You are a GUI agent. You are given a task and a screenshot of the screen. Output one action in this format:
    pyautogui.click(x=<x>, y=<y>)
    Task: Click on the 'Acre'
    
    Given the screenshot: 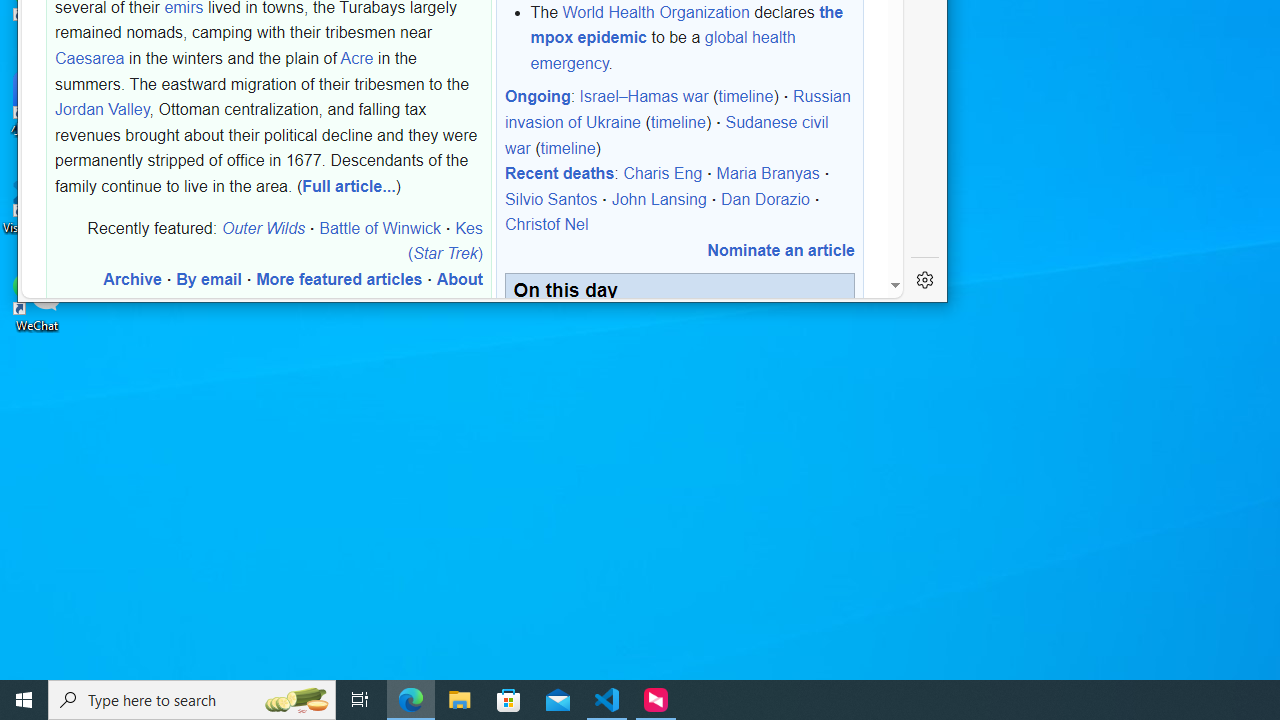 What is the action you would take?
    pyautogui.click(x=357, y=57)
    